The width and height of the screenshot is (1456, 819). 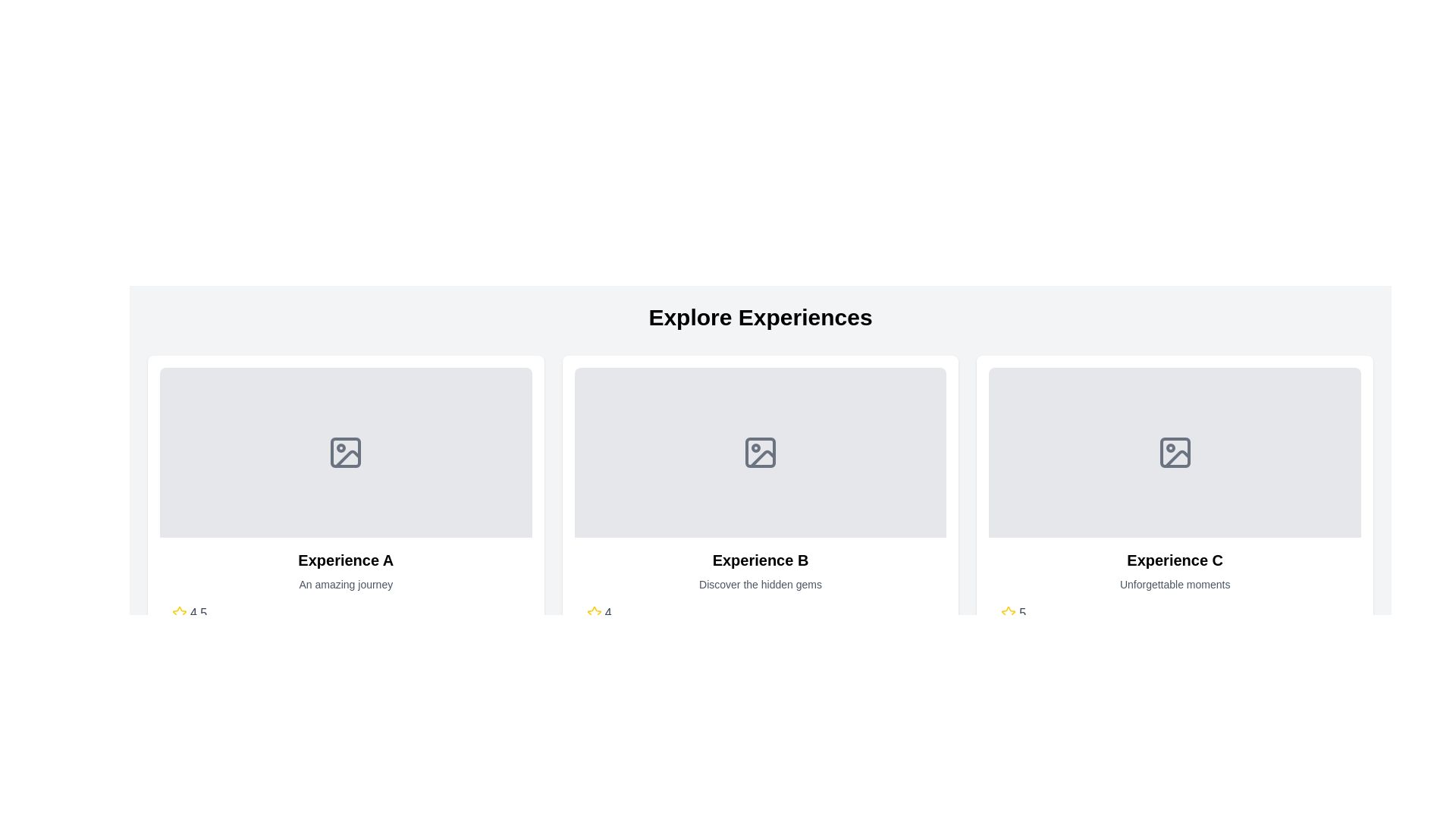 What do you see at coordinates (179, 613) in the screenshot?
I see `the first star icon representing the rating of '4.5' in the star-based rating system for 'Experience A'` at bounding box center [179, 613].